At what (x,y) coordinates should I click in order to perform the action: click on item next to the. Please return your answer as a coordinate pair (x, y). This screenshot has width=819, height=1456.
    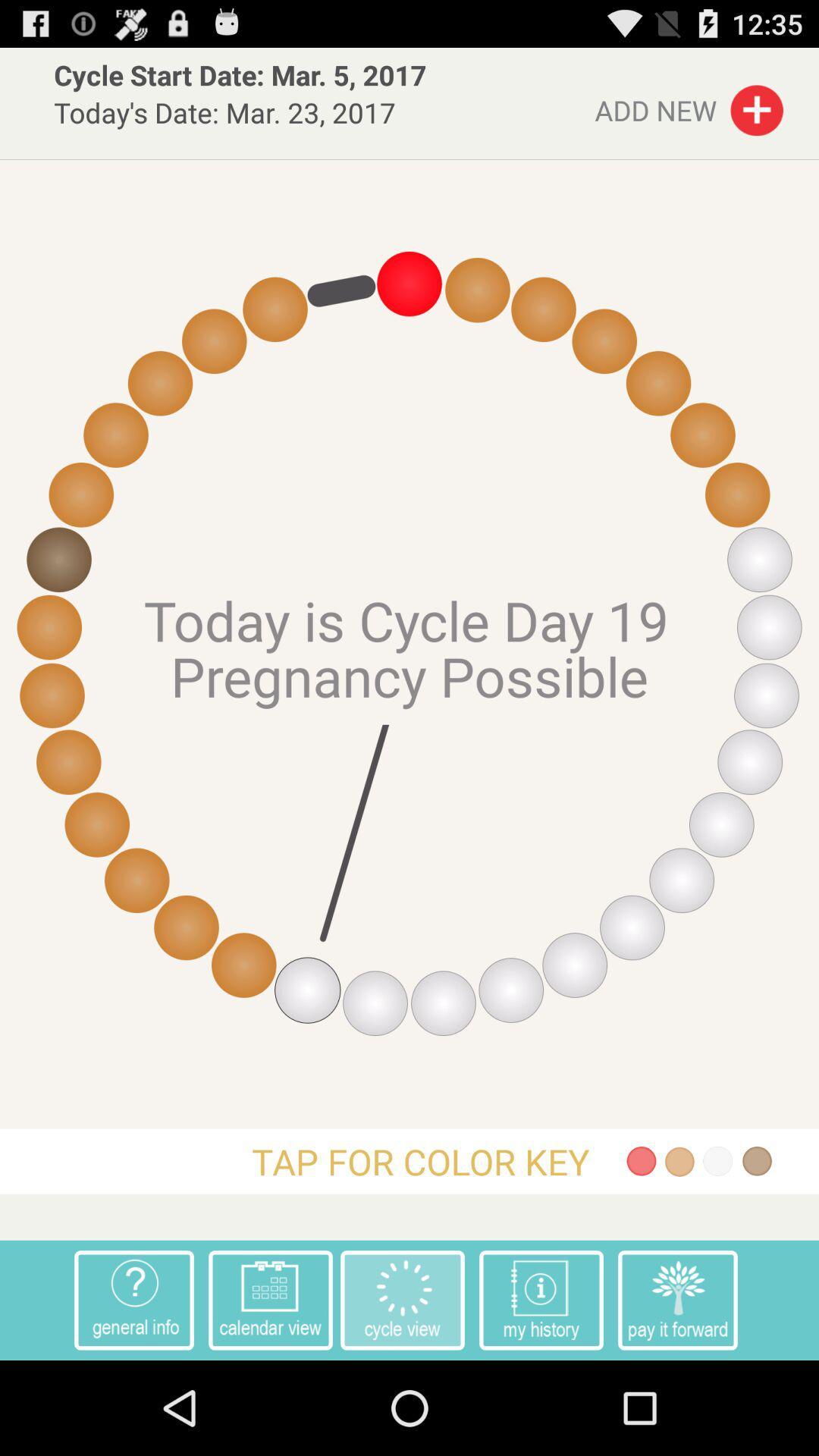
    Looking at the image, I should click on (540, 1299).